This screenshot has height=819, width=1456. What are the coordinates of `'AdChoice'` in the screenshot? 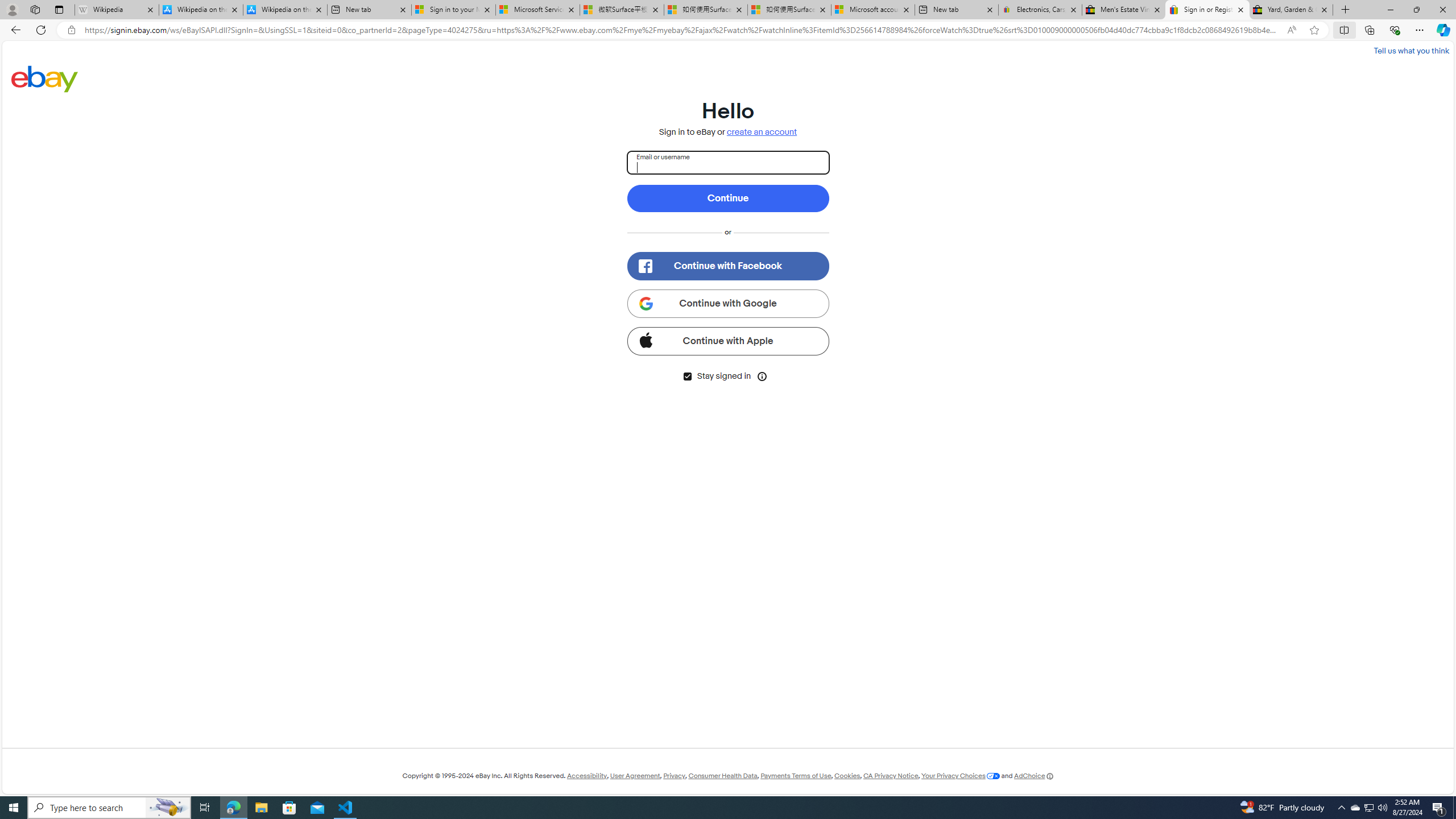 It's located at (1033, 775).